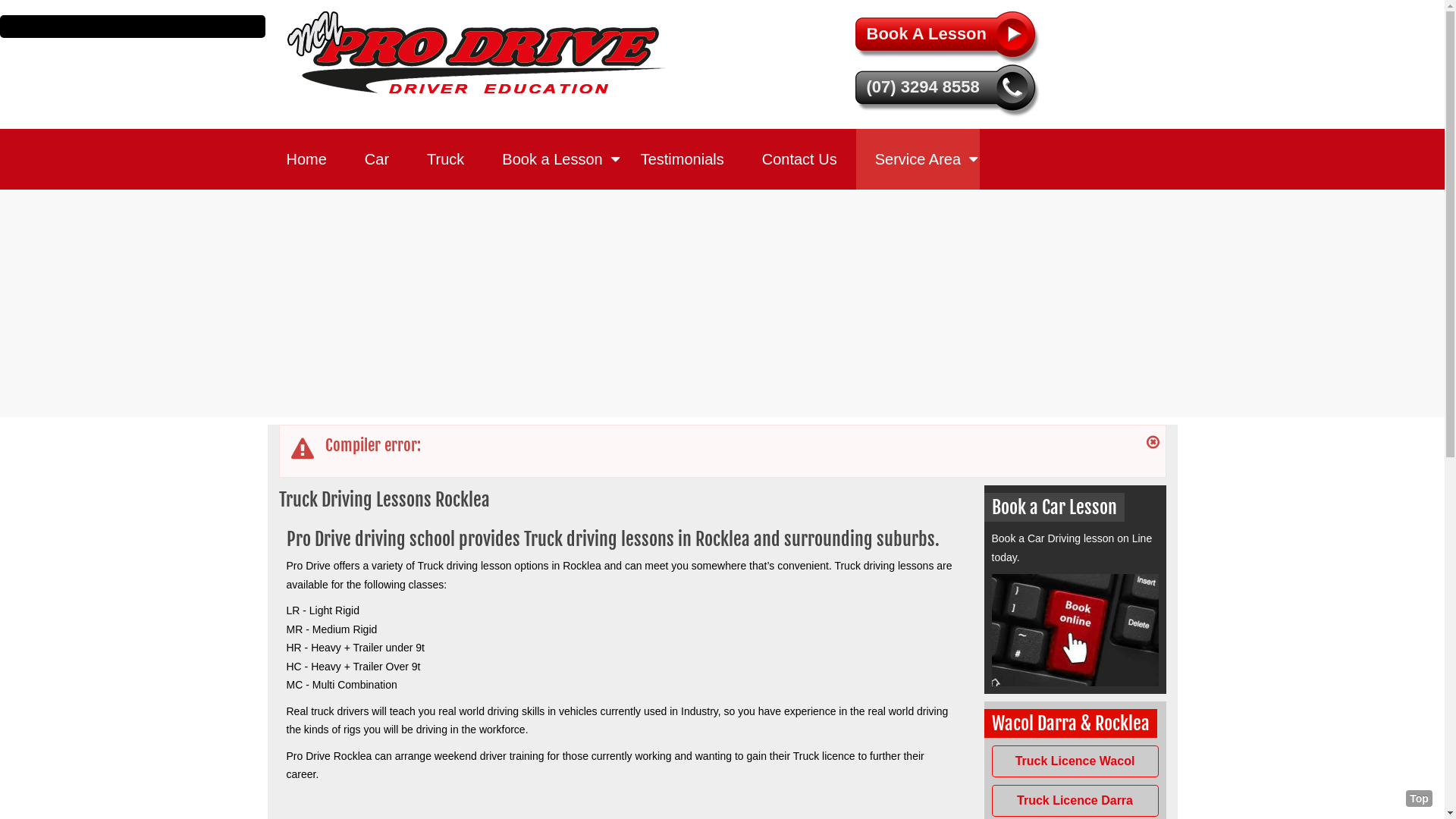 This screenshot has height=819, width=1456. What do you see at coordinates (377, 158) in the screenshot?
I see `'Car'` at bounding box center [377, 158].